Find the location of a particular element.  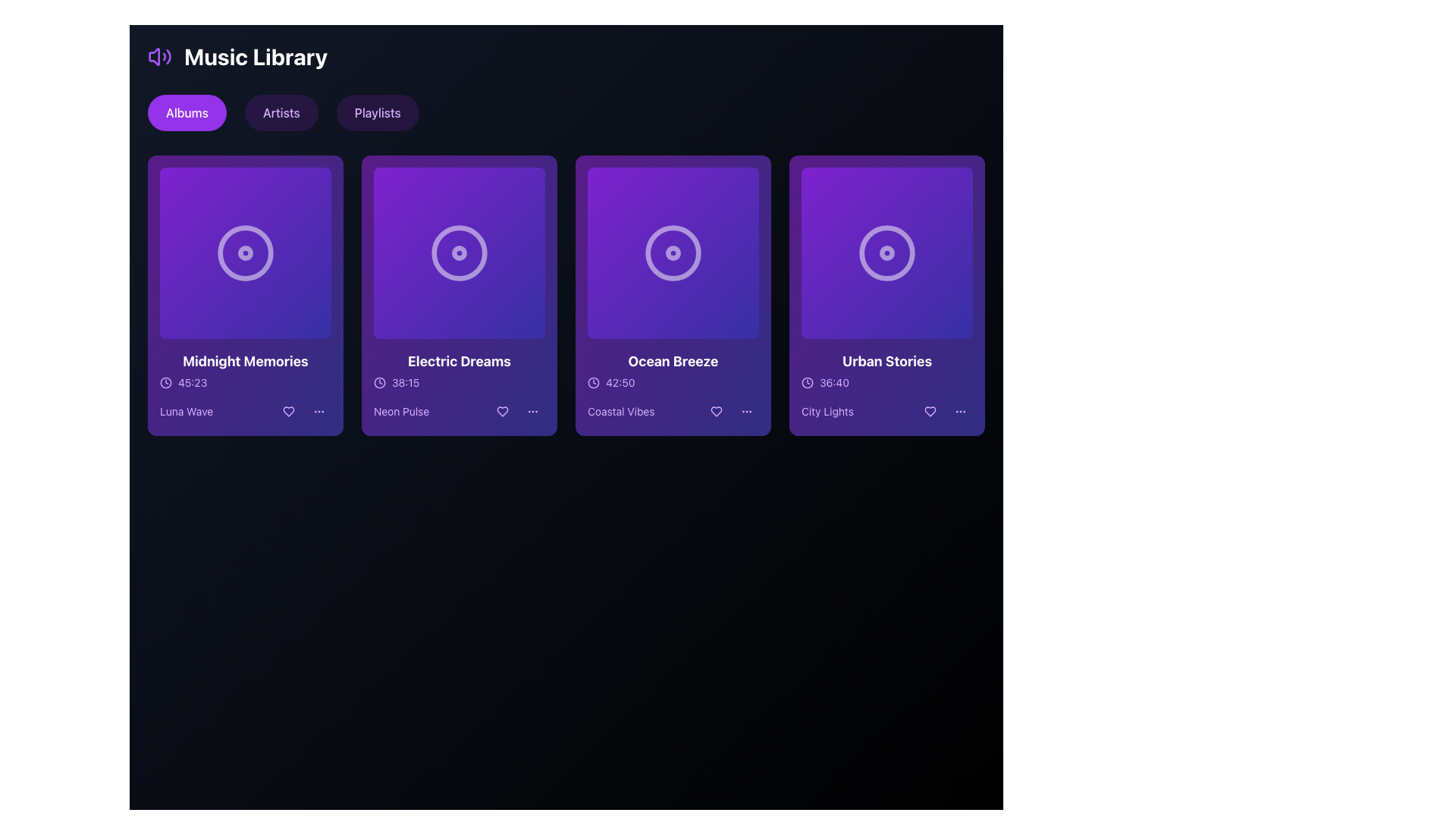

the time icon located in the 'Ocean Breeze' music collection card, which precedes the time text '42:50' is located at coordinates (592, 382).